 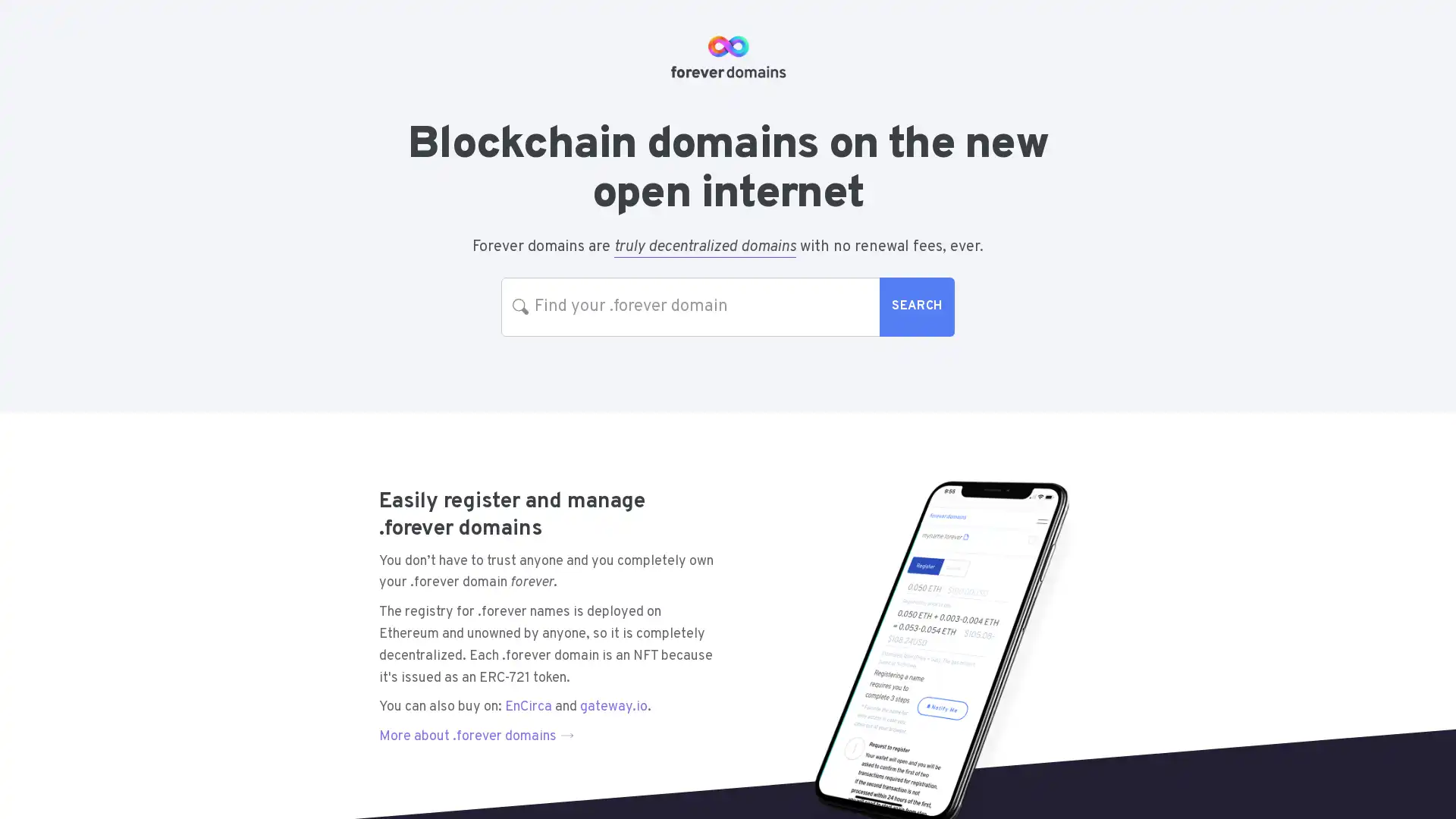 I want to click on SEARCH, so click(x=916, y=306).